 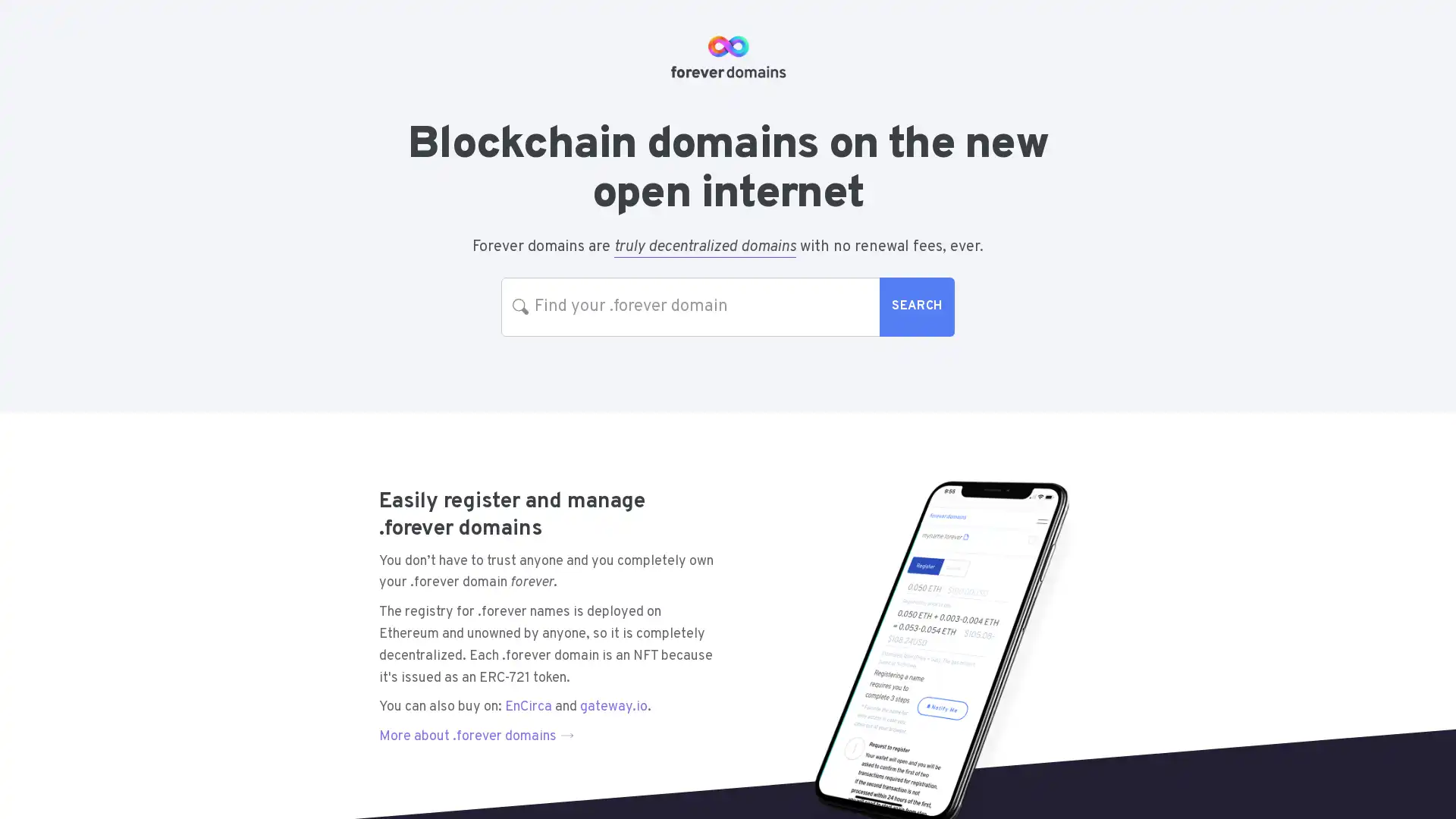 I want to click on SEARCH, so click(x=916, y=306).